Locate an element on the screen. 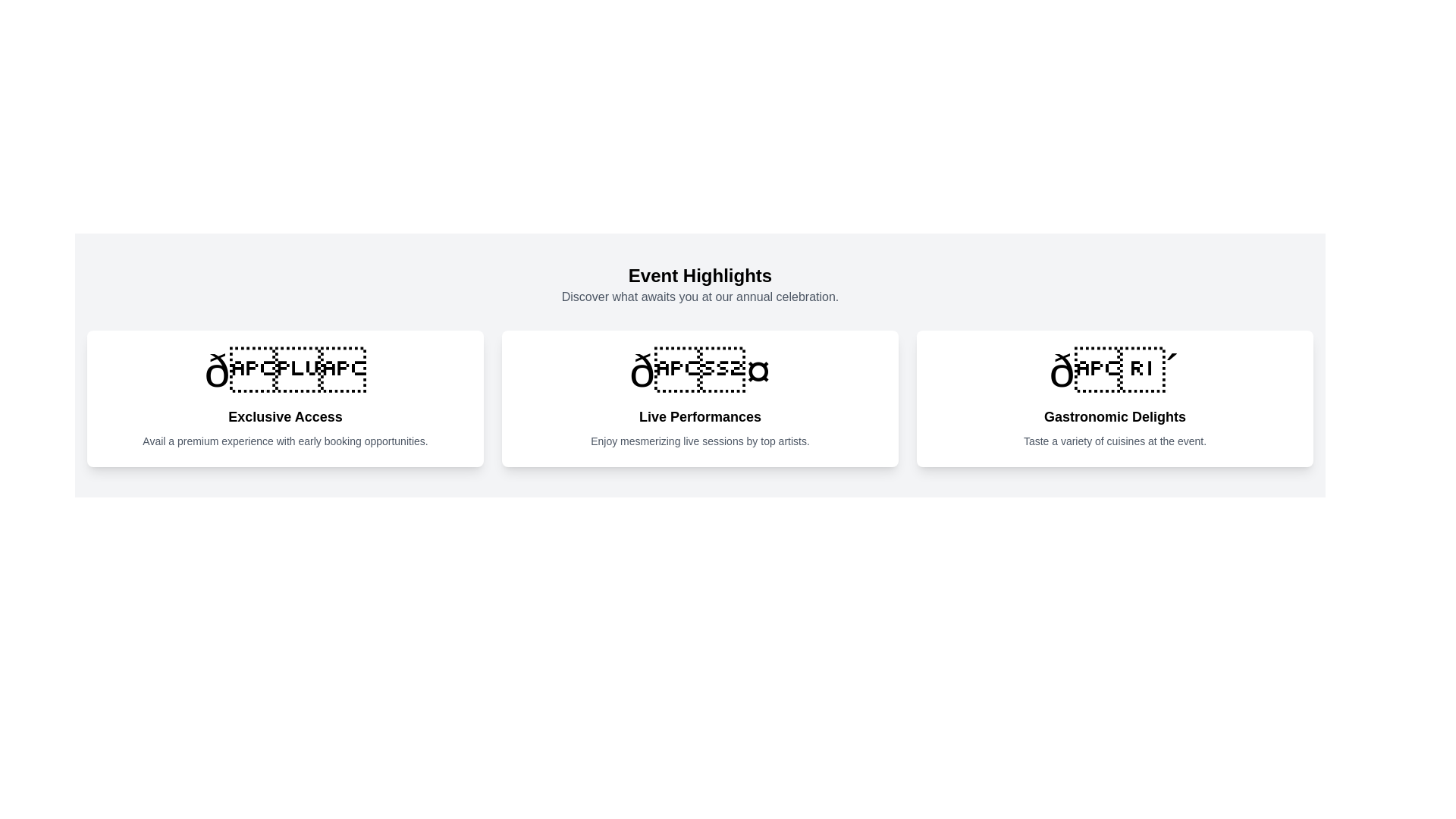 The image size is (1456, 819). text element displaying 'Live Performances', which is centrally aligned and visually prominent in a bold, large font is located at coordinates (699, 417).